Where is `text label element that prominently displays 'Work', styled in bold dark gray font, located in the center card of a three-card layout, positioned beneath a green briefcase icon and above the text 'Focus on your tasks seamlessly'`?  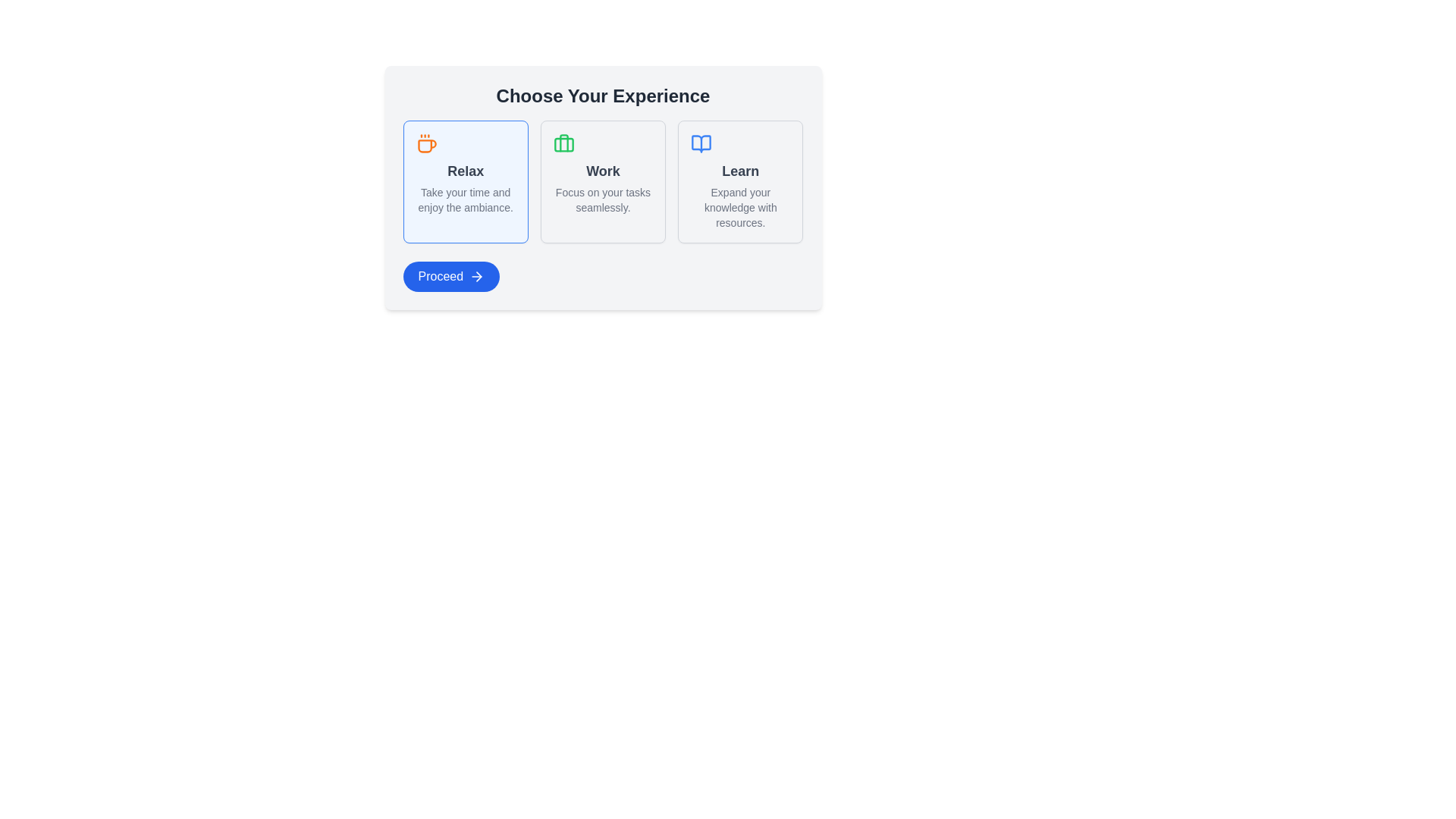
text label element that prominently displays 'Work', styled in bold dark gray font, located in the center card of a three-card layout, positioned beneath a green briefcase icon and above the text 'Focus on your tasks seamlessly' is located at coordinates (602, 171).